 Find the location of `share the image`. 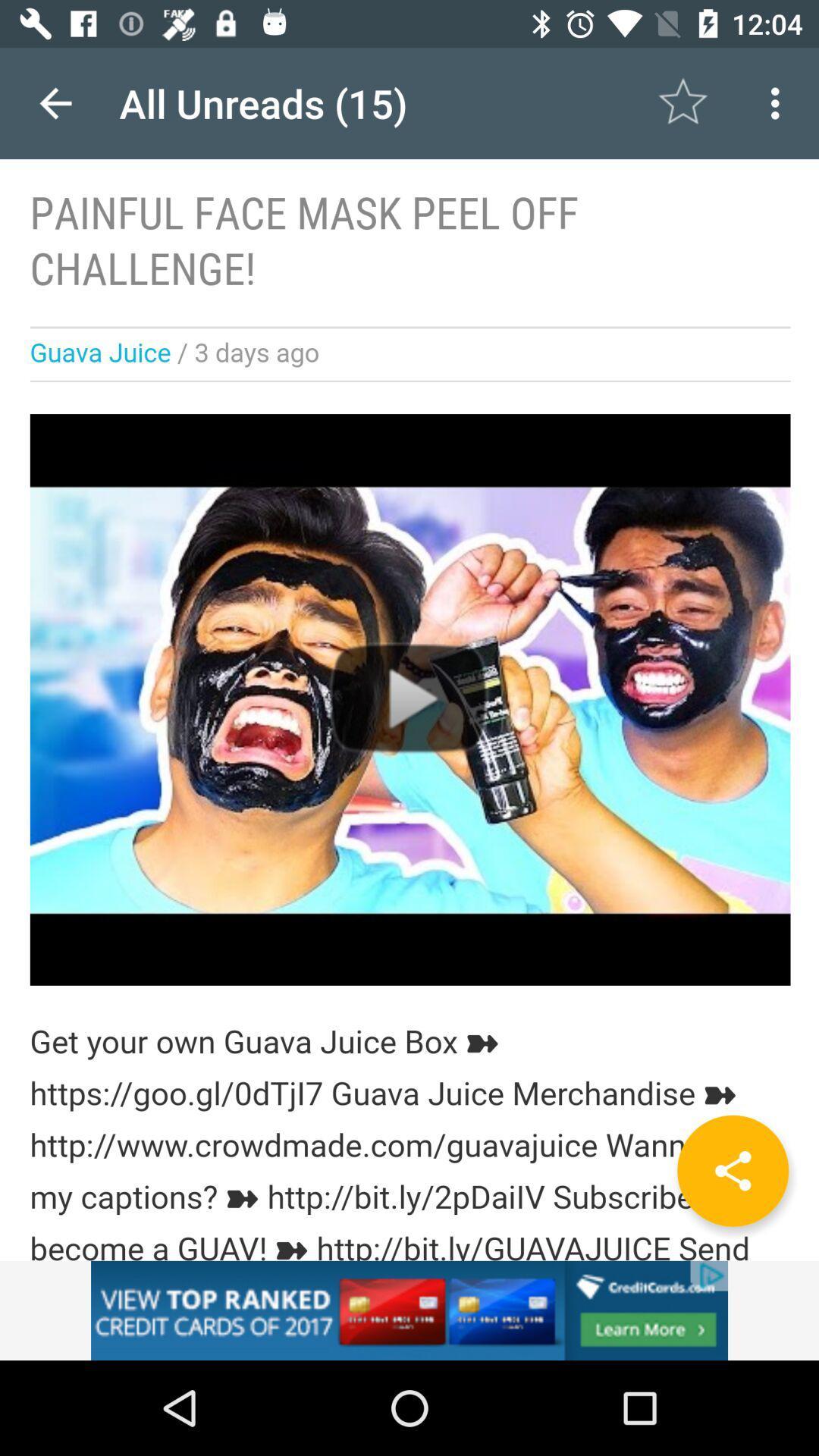

share the image is located at coordinates (732, 1170).